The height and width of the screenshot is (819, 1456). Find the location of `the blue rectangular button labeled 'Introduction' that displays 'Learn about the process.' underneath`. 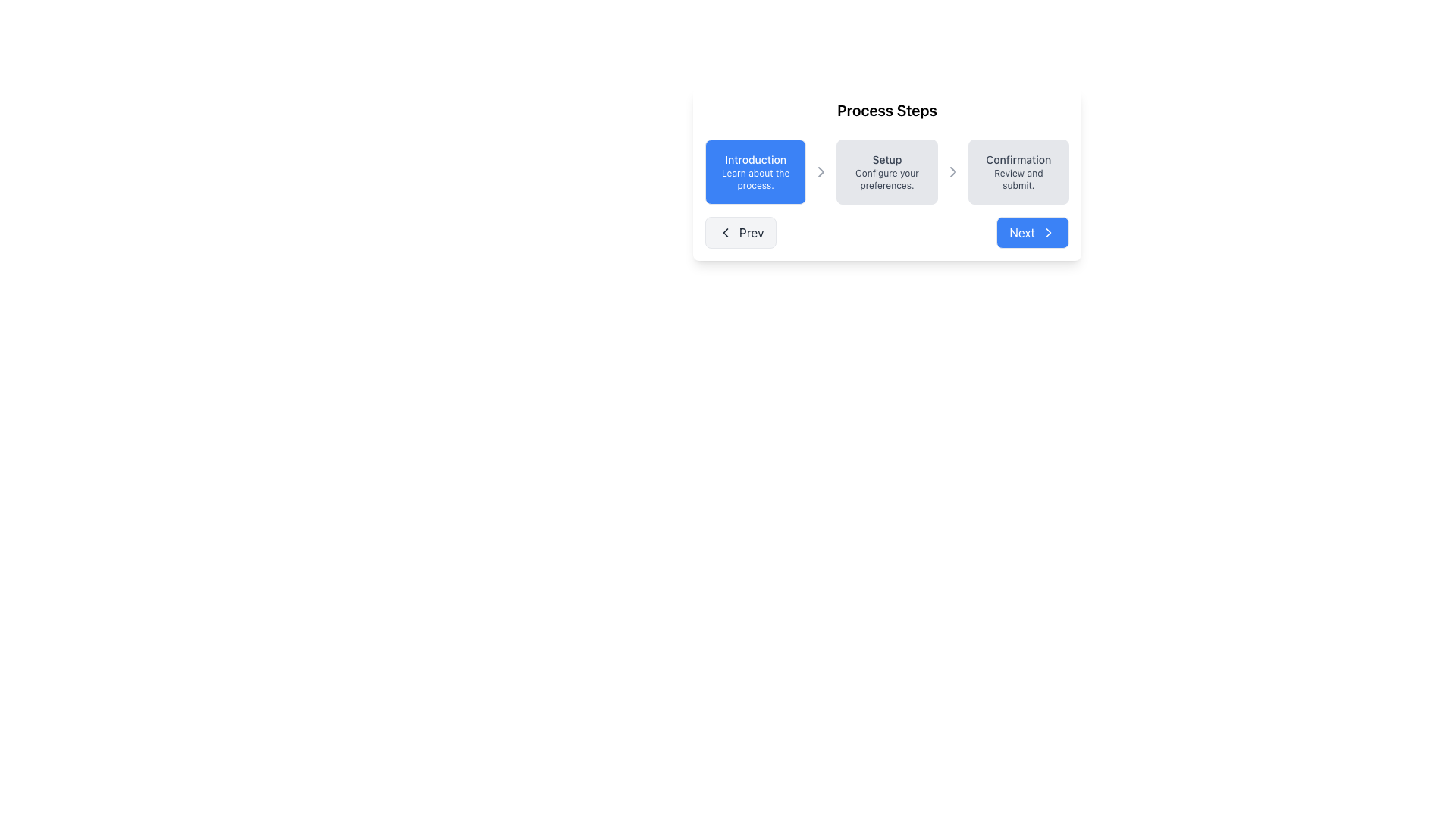

the blue rectangular button labeled 'Introduction' that displays 'Learn about the process.' underneath is located at coordinates (755, 171).